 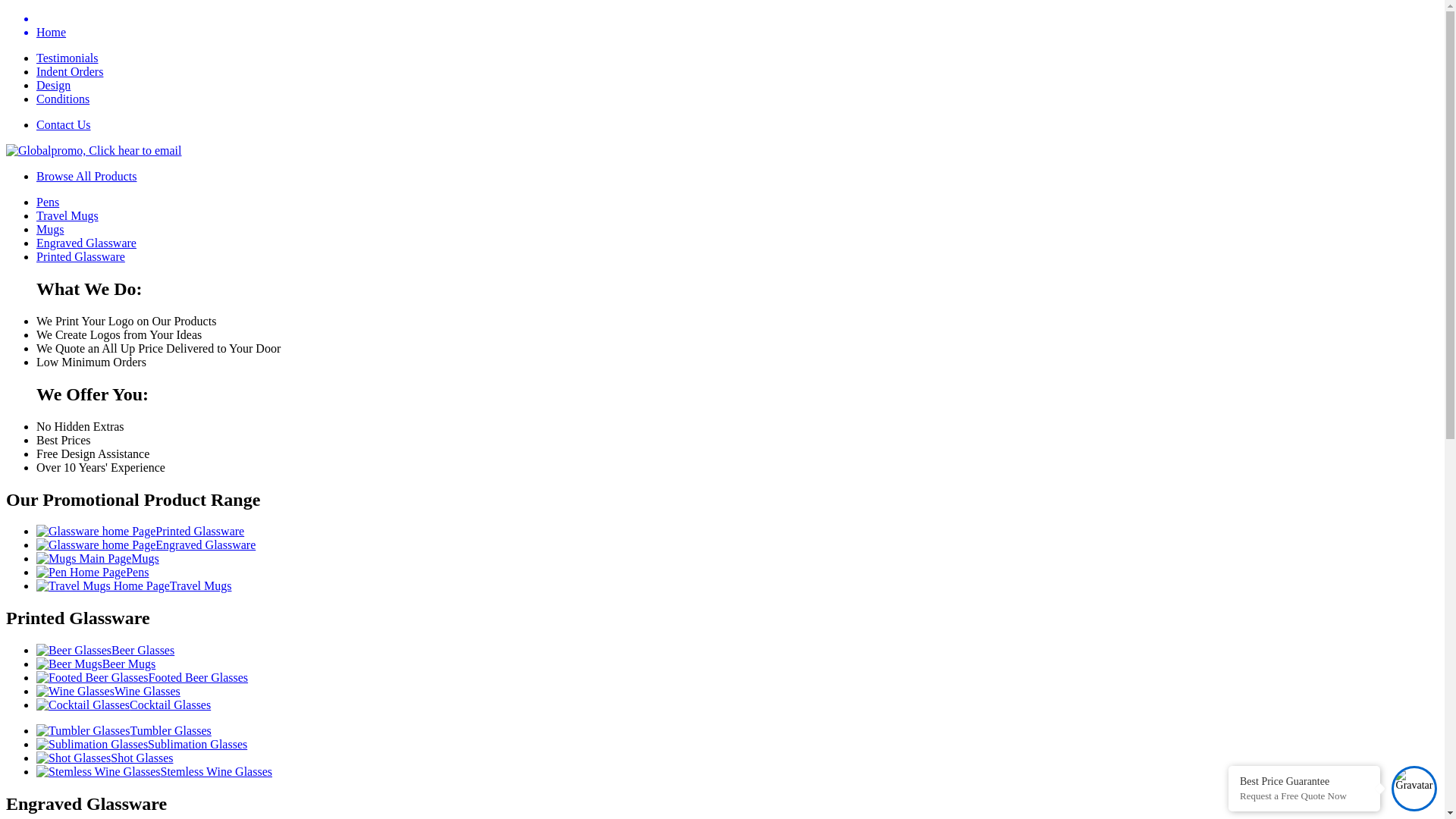 I want to click on 'Wine Glasses', so click(x=108, y=691).